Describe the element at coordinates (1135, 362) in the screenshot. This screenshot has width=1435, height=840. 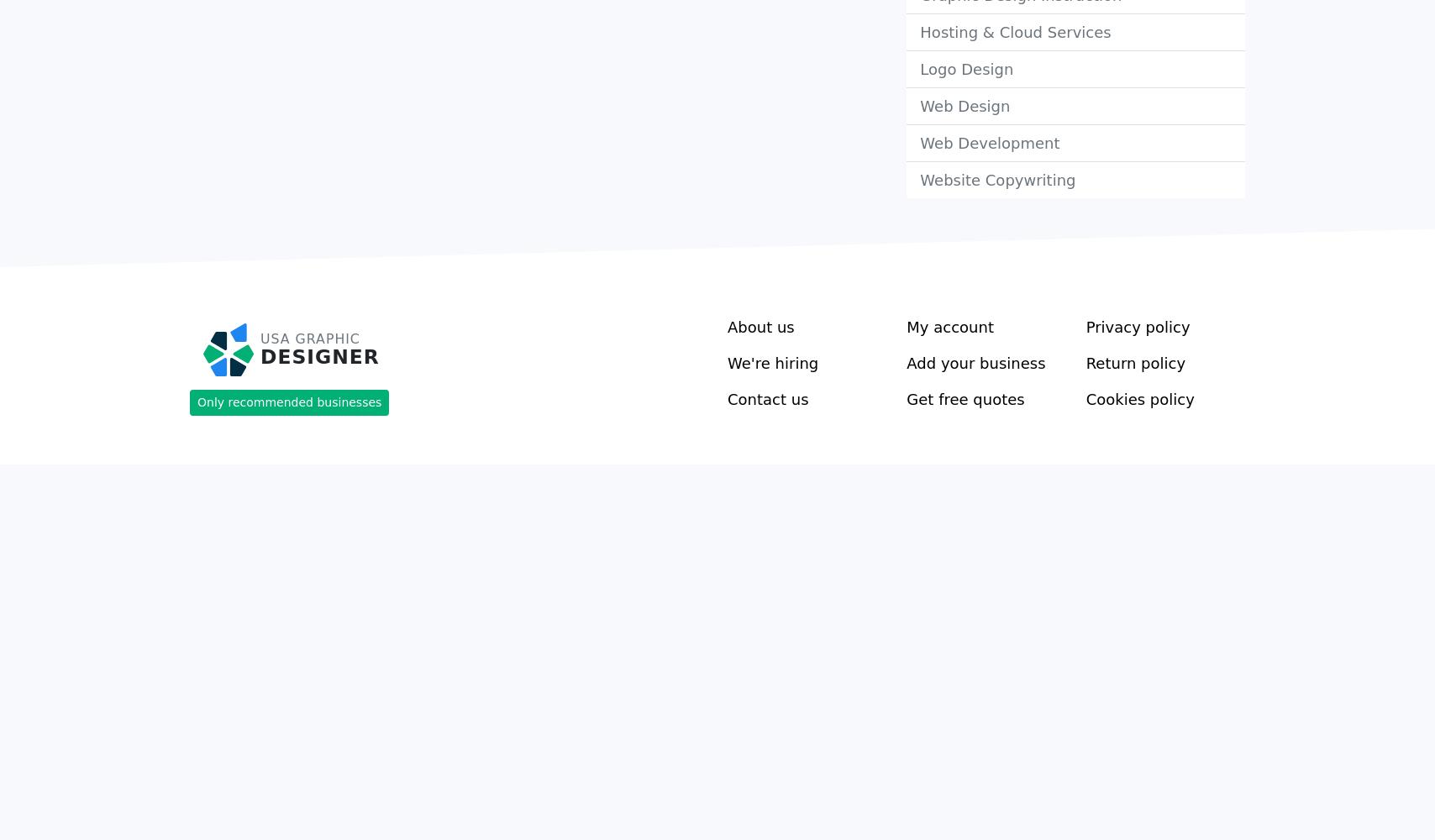
I see `'Return policy'` at that location.